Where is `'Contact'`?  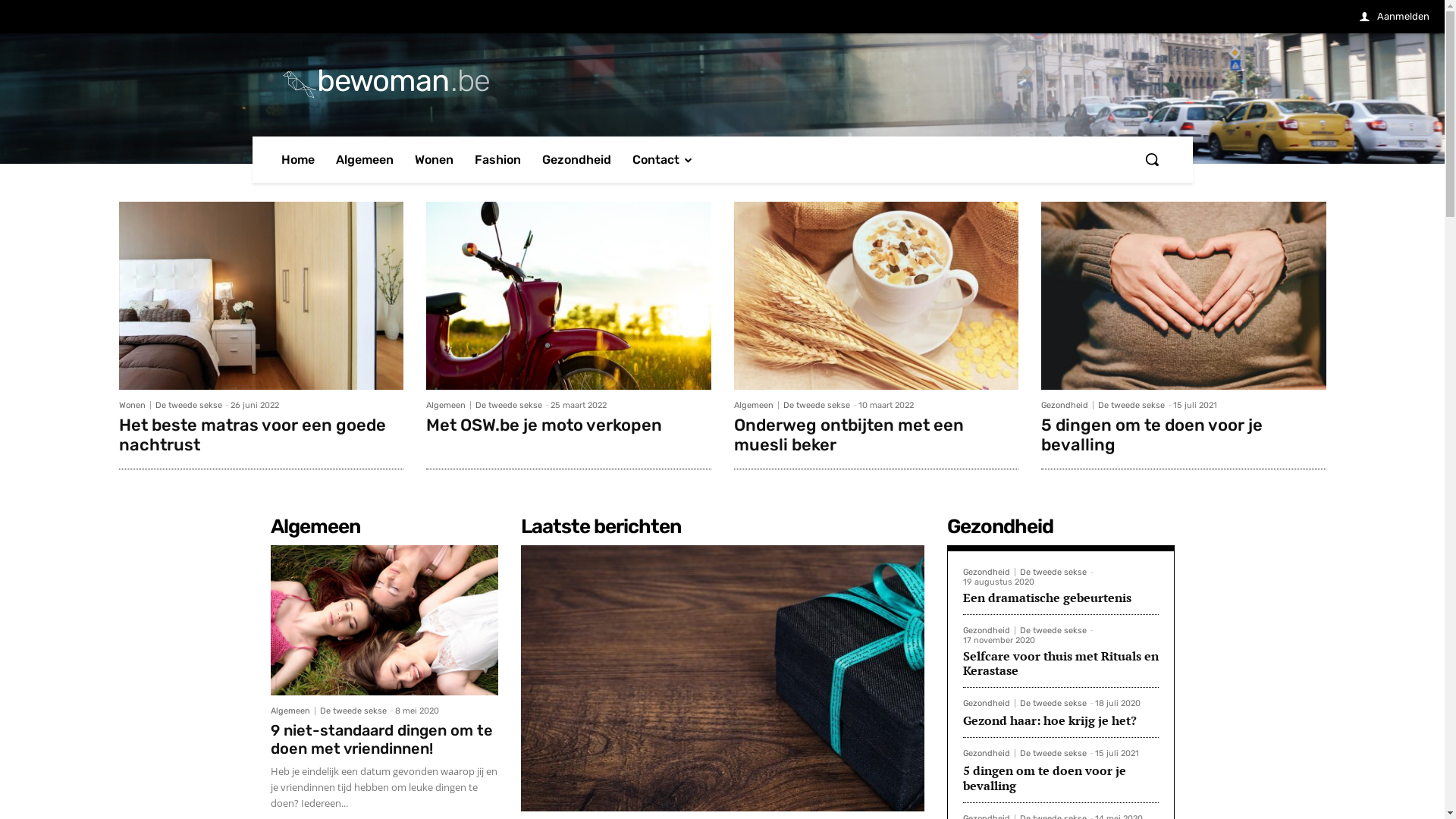
'Contact' is located at coordinates (662, 159).